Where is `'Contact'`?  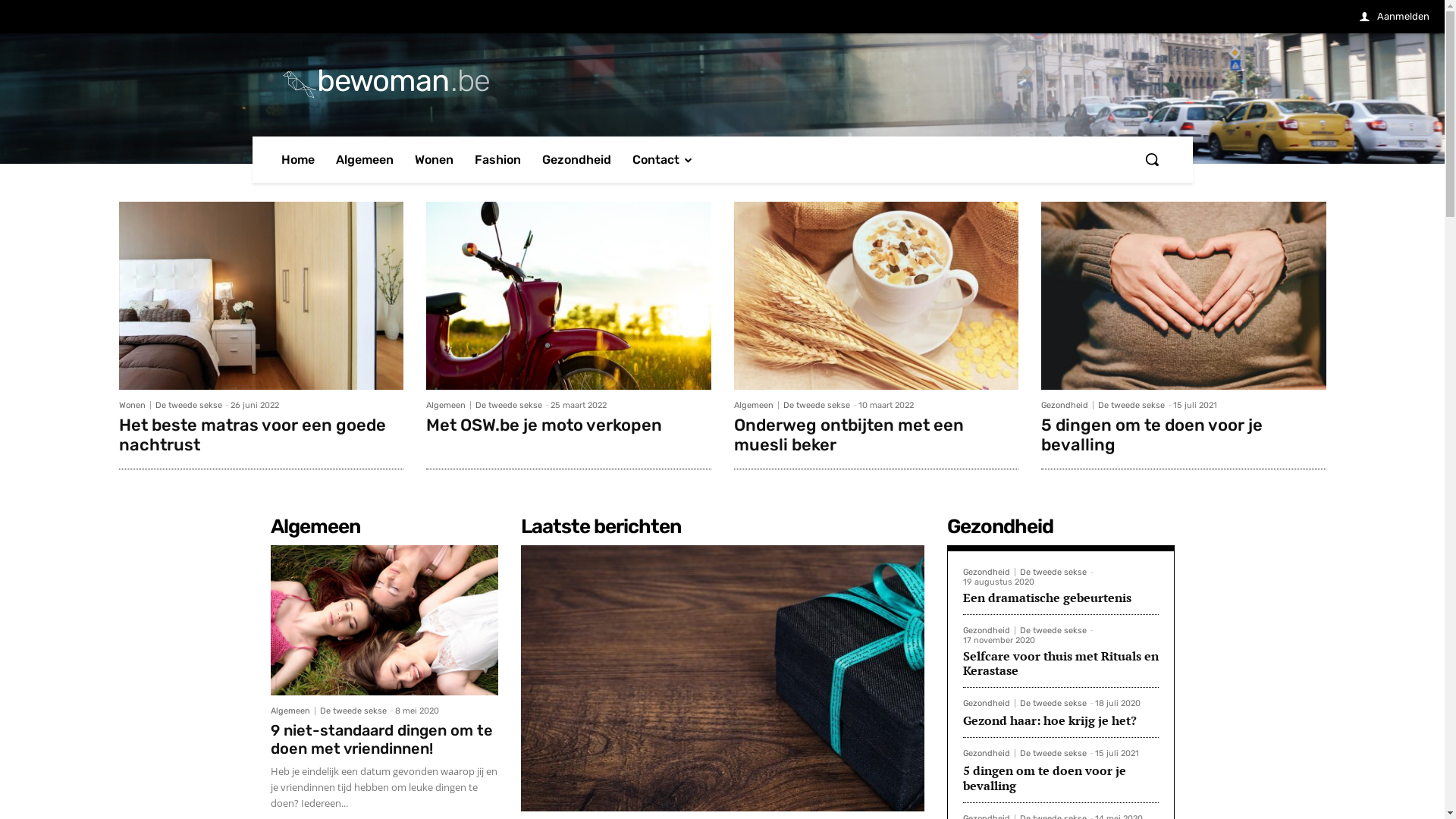
'Contact' is located at coordinates (662, 159).